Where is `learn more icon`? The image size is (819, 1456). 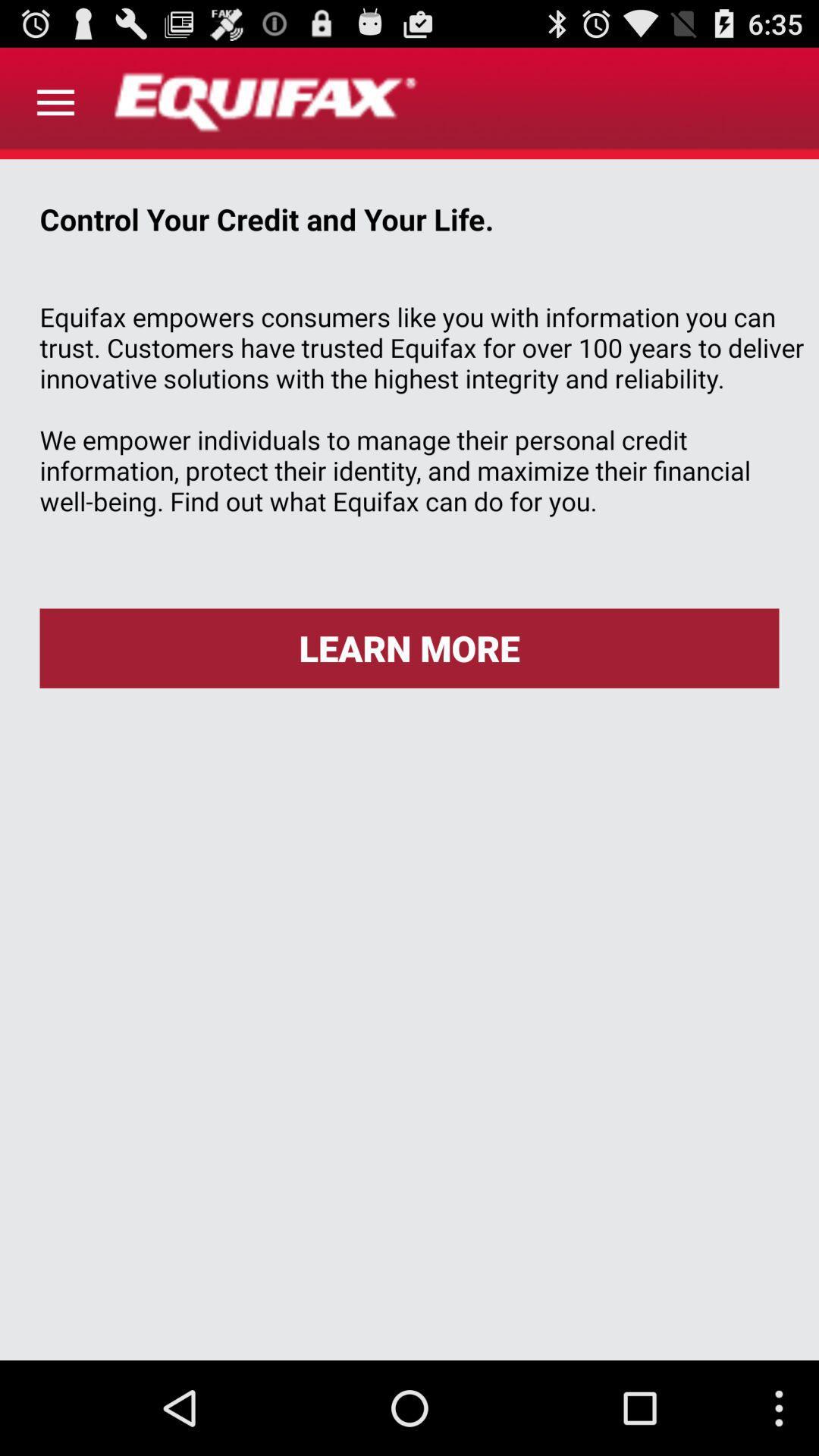
learn more icon is located at coordinates (409, 648).